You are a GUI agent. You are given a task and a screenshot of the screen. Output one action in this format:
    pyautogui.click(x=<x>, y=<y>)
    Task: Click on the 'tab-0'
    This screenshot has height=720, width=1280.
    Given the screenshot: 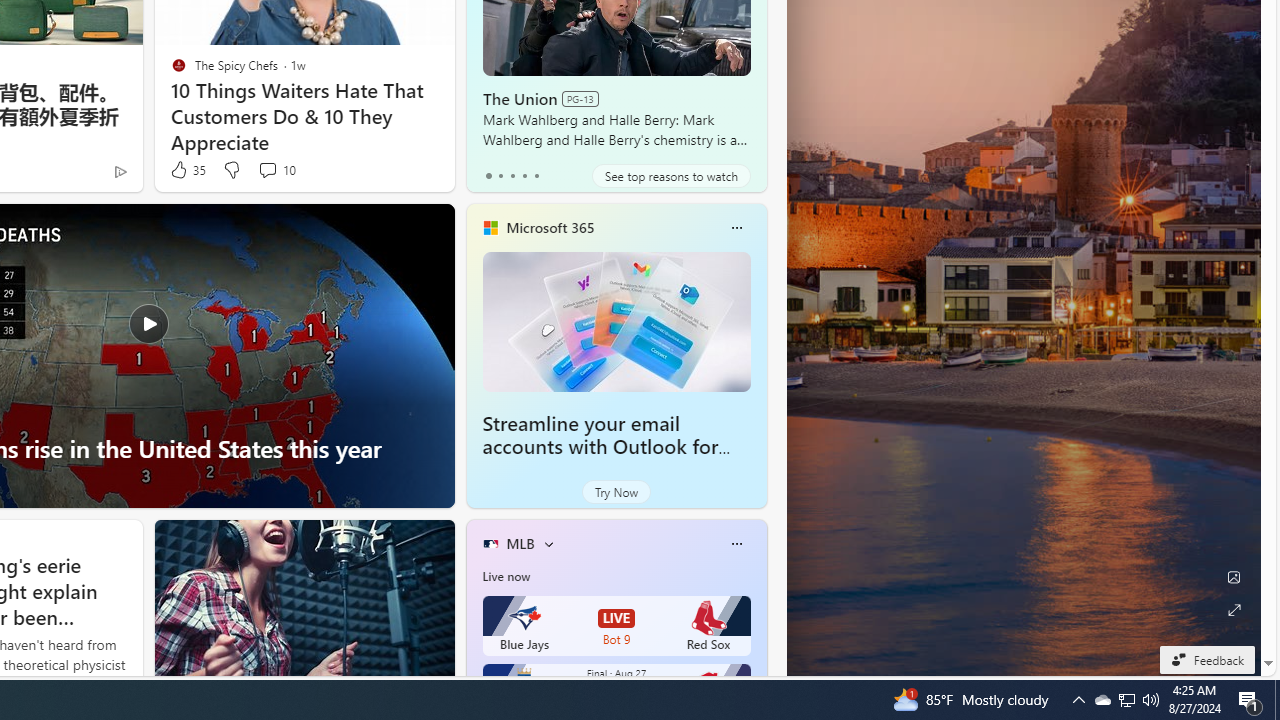 What is the action you would take?
    pyautogui.click(x=488, y=175)
    